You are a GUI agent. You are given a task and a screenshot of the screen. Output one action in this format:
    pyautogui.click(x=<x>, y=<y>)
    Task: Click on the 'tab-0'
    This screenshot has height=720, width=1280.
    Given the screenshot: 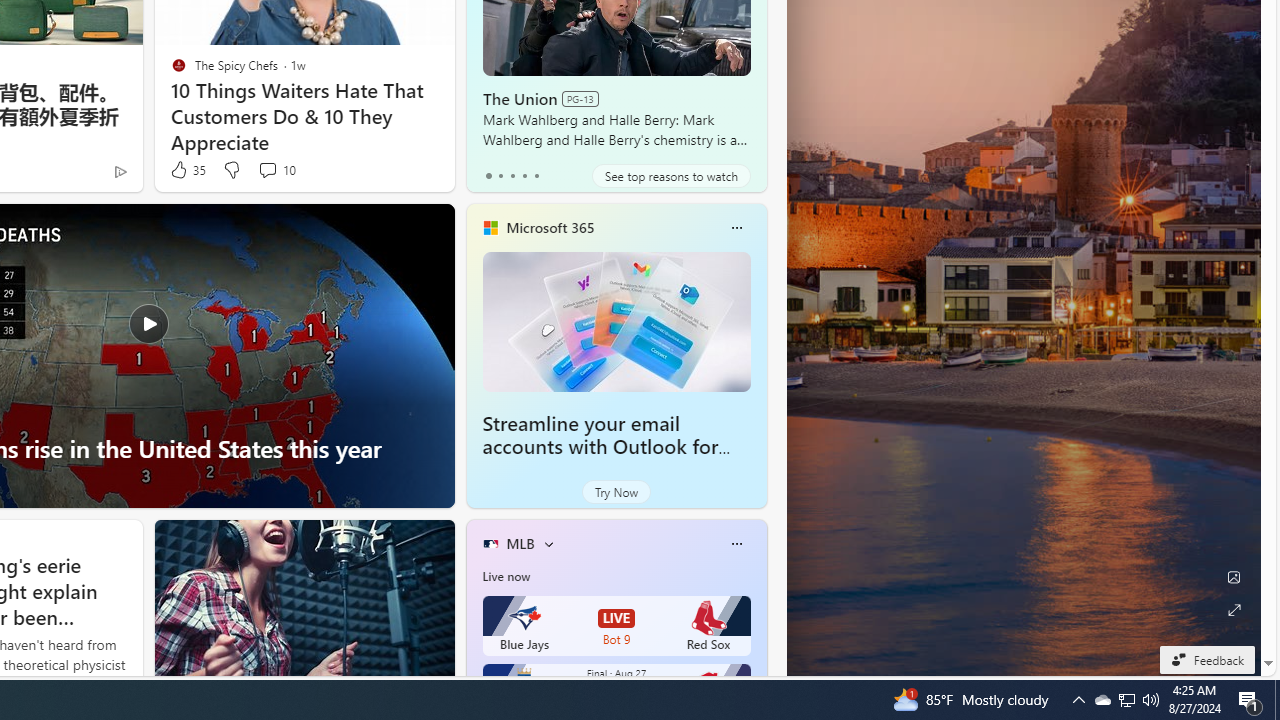 What is the action you would take?
    pyautogui.click(x=488, y=175)
    